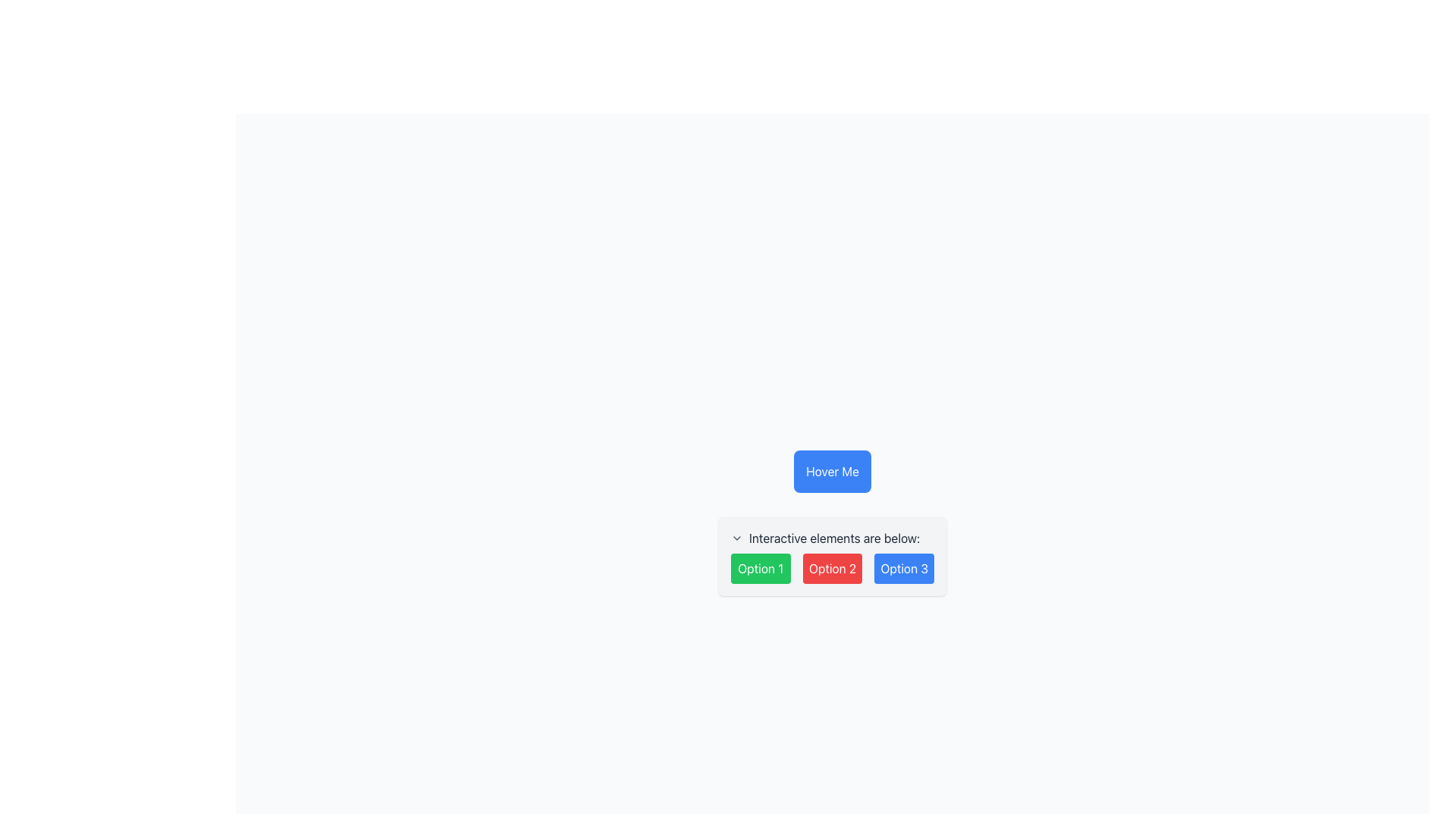 This screenshot has width=1456, height=819. What do you see at coordinates (832, 470) in the screenshot?
I see `the non-interactive button-like component located above the three horizontally arranged buttons labeled 'Option 1', 'Option 2', and 'Option 3'` at bounding box center [832, 470].